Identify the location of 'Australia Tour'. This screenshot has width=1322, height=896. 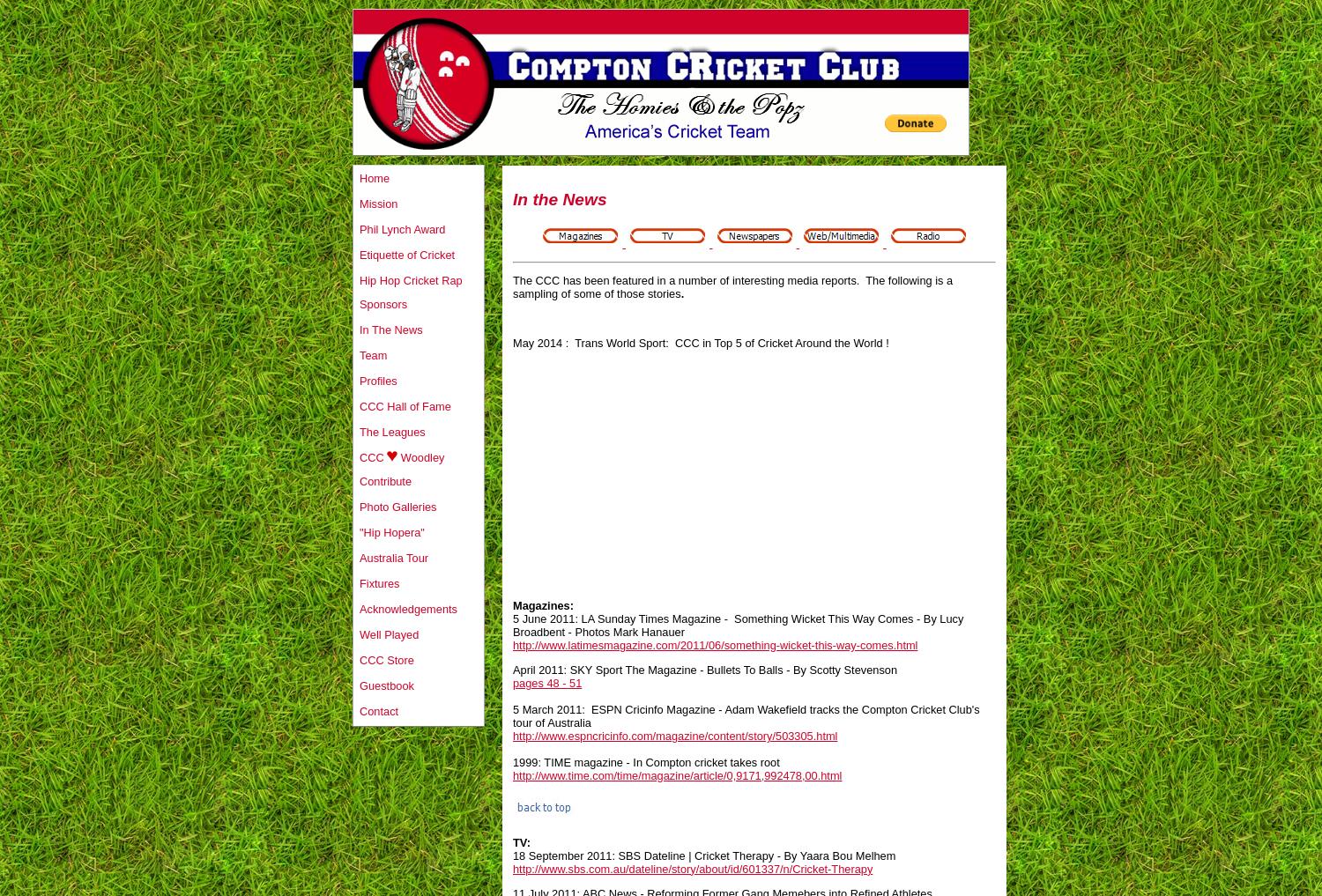
(393, 558).